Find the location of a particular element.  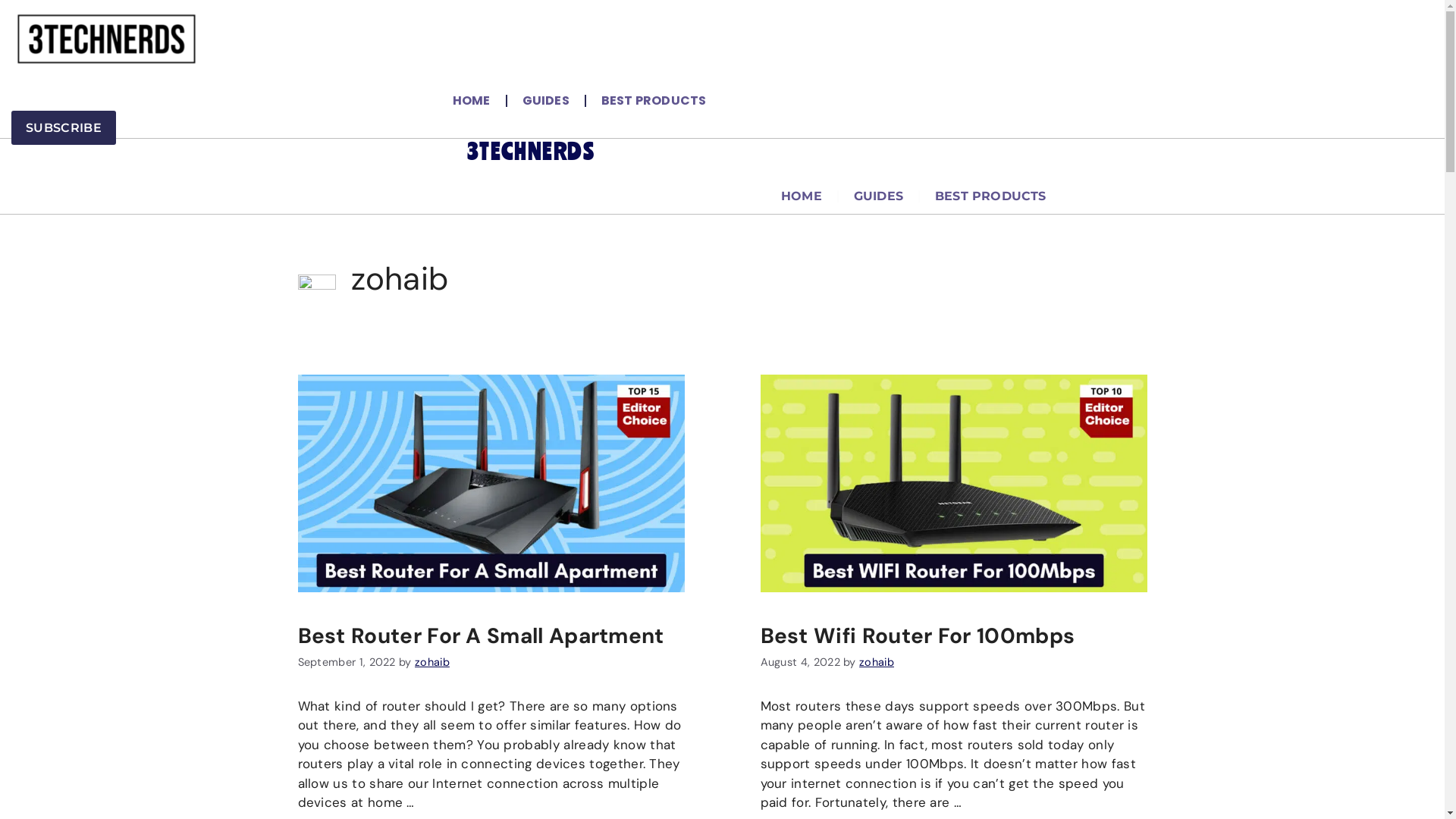

'SUBSCRIBE' is located at coordinates (62, 127).